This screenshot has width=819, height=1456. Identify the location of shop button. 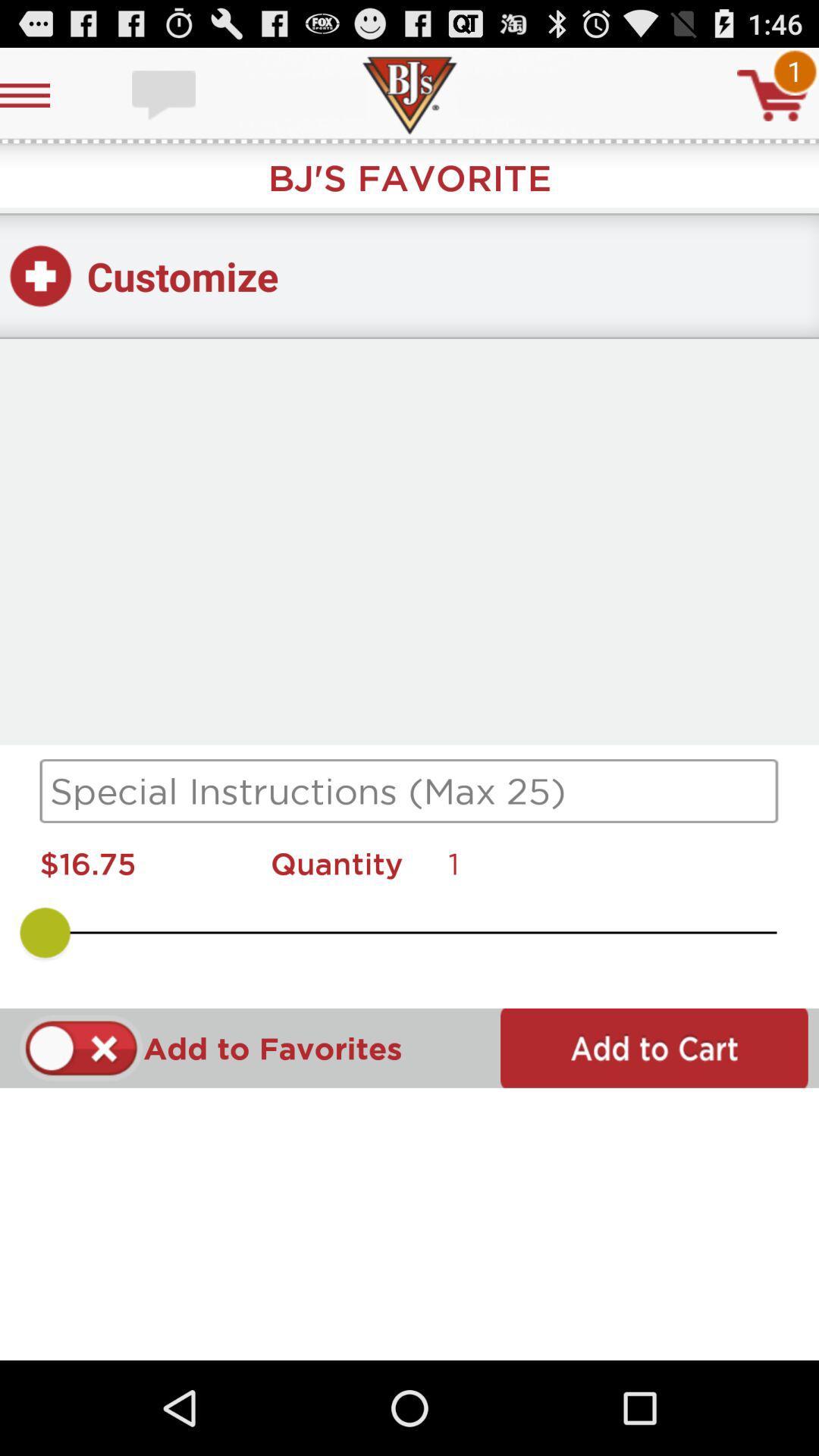
(773, 94).